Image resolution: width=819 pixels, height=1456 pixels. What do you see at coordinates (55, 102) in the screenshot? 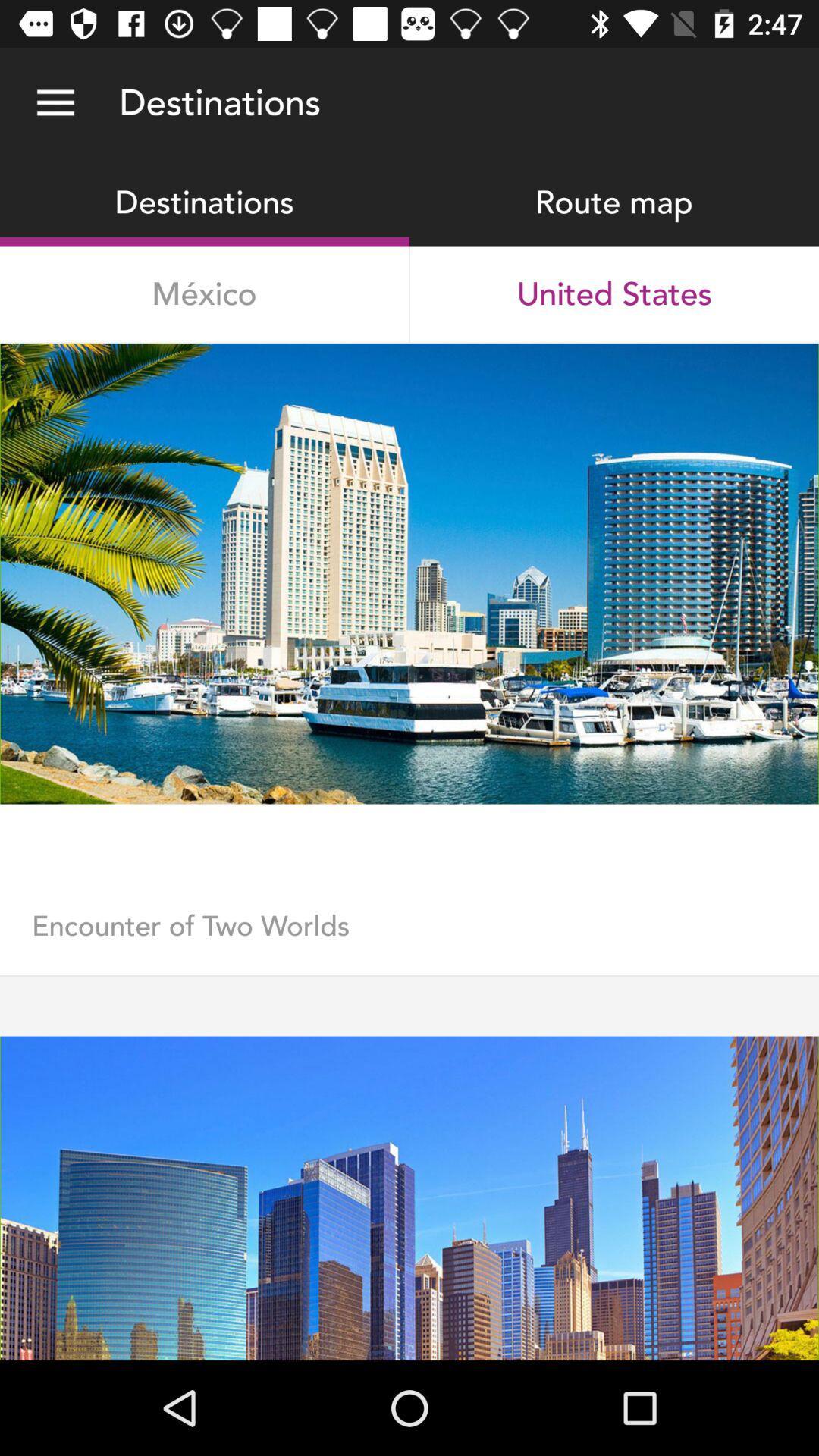
I see `the icon next to the destinations` at bounding box center [55, 102].